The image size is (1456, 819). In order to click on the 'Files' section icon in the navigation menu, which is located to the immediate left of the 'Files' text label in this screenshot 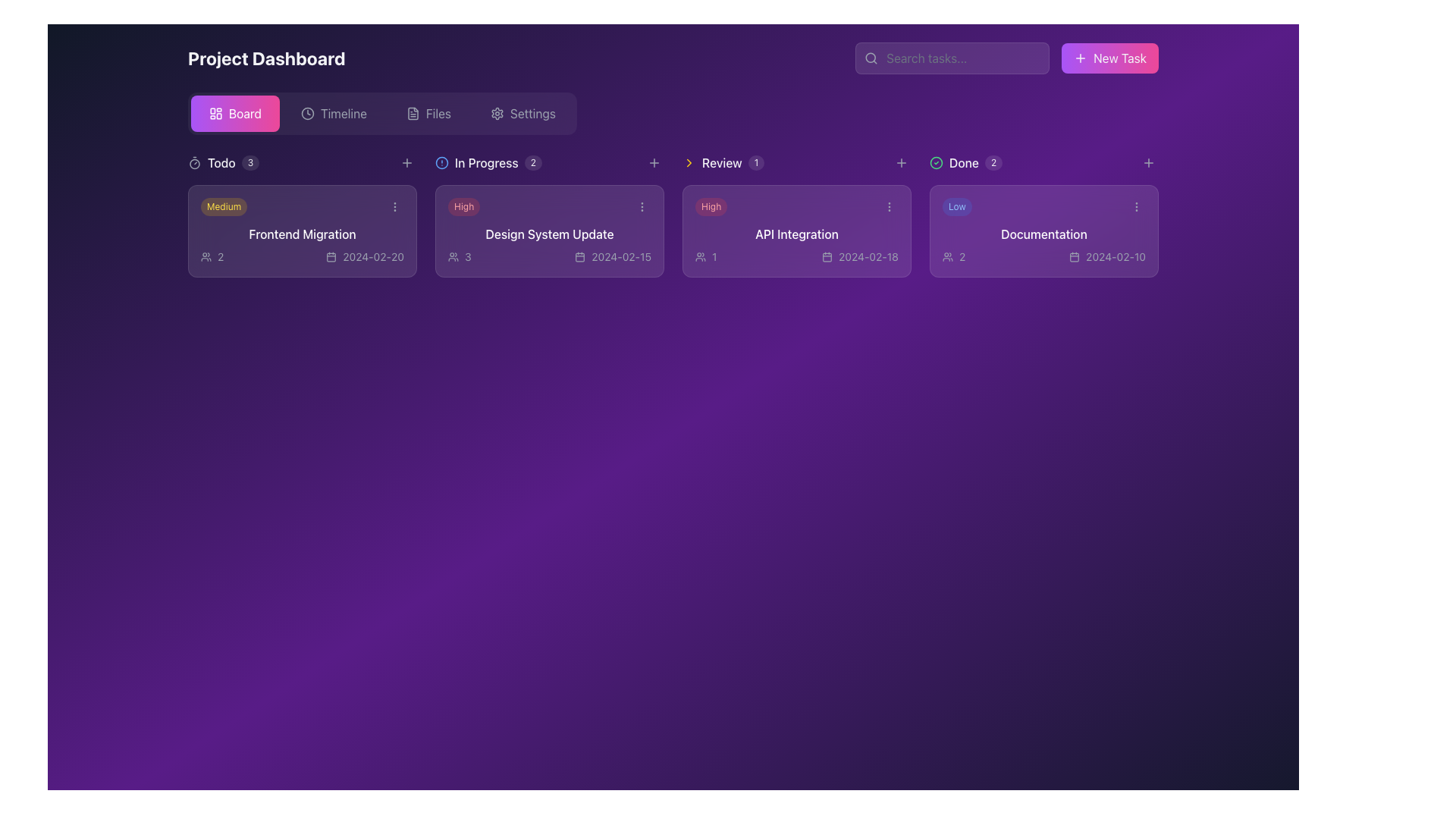, I will do `click(413, 113)`.